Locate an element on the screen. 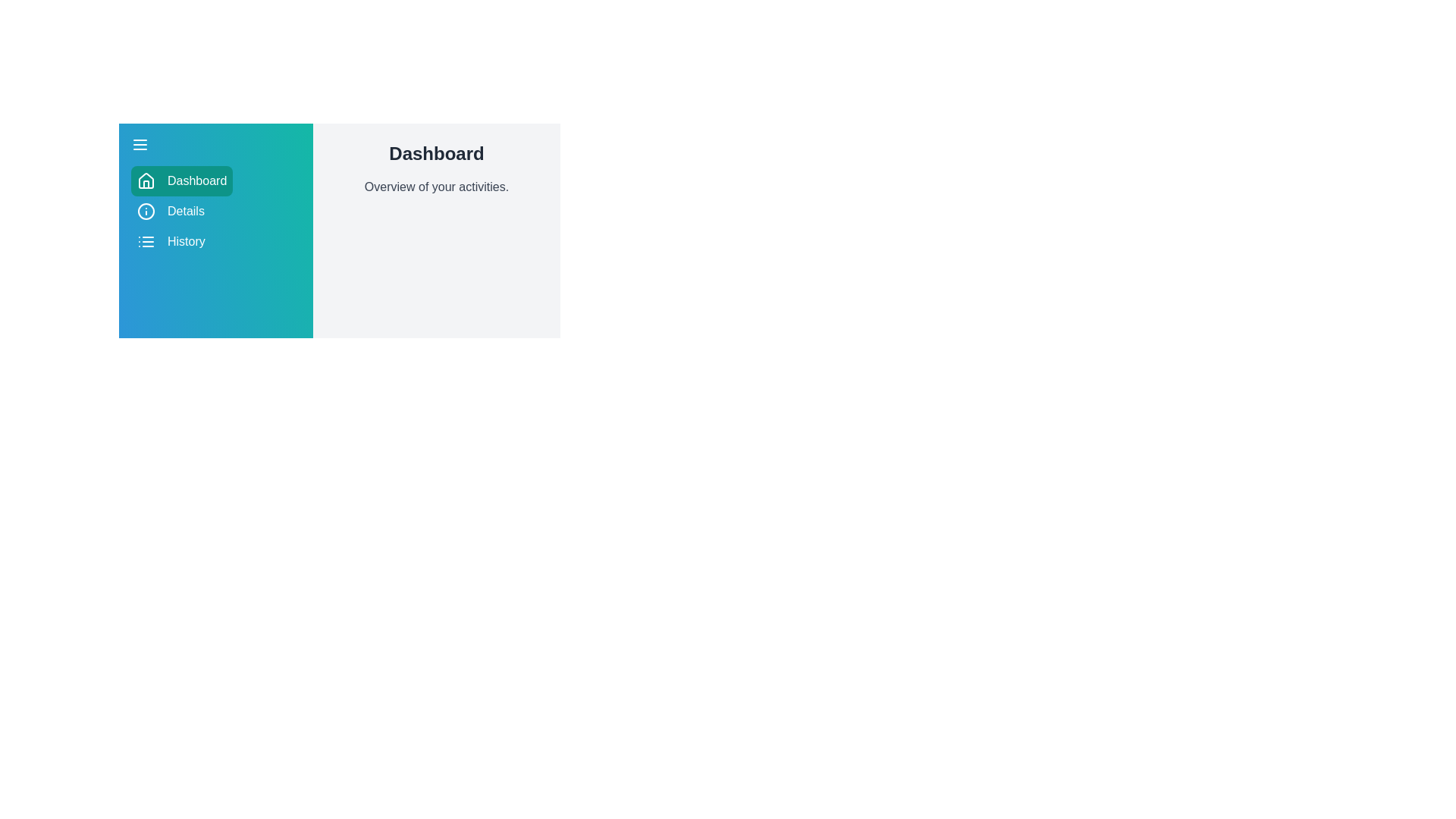 The image size is (1456, 819). the History section by clicking its corresponding button in the sidebar is located at coordinates (171, 241).